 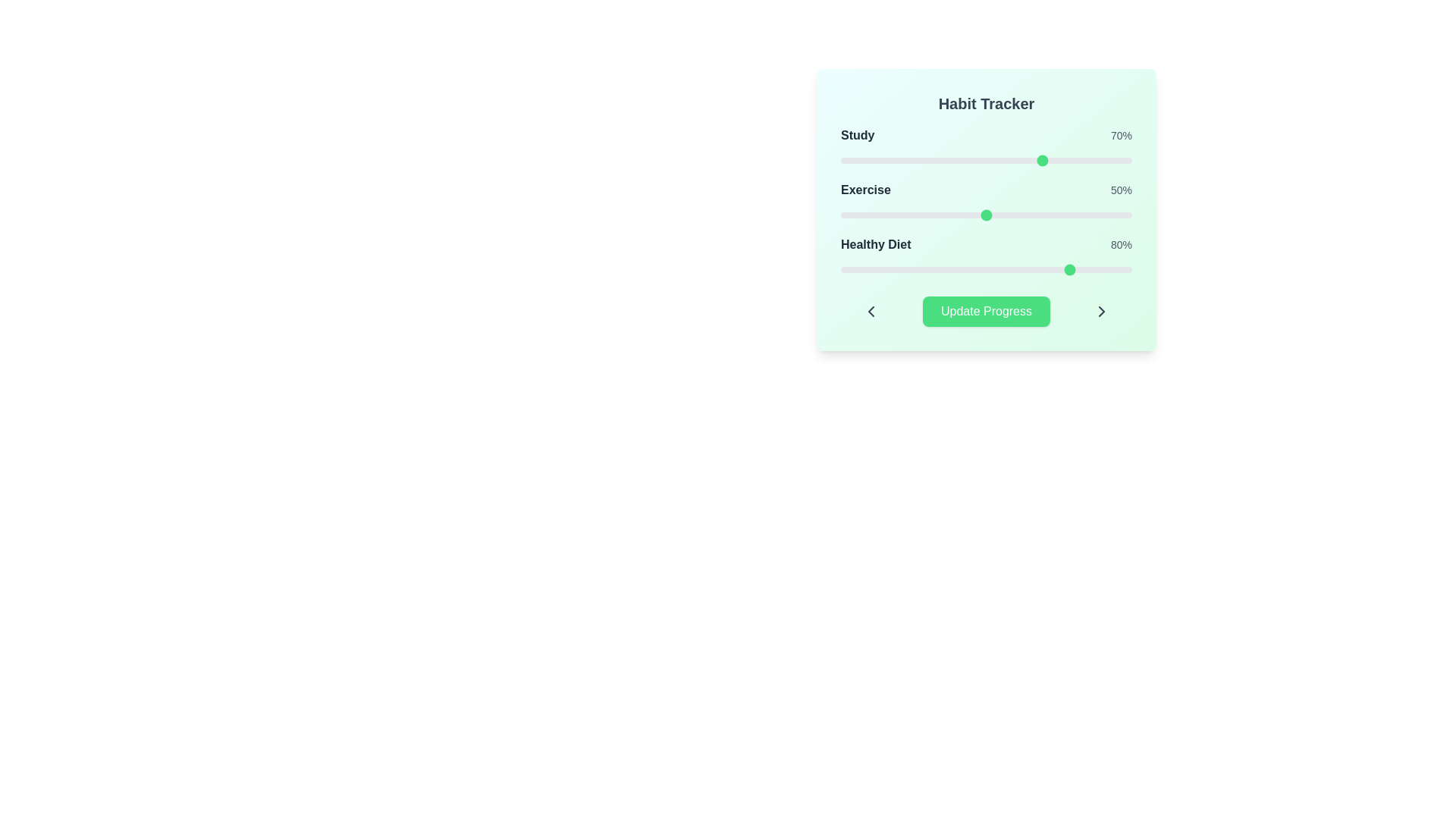 I want to click on the left chevron button to navigate to the previous section, so click(x=871, y=311).